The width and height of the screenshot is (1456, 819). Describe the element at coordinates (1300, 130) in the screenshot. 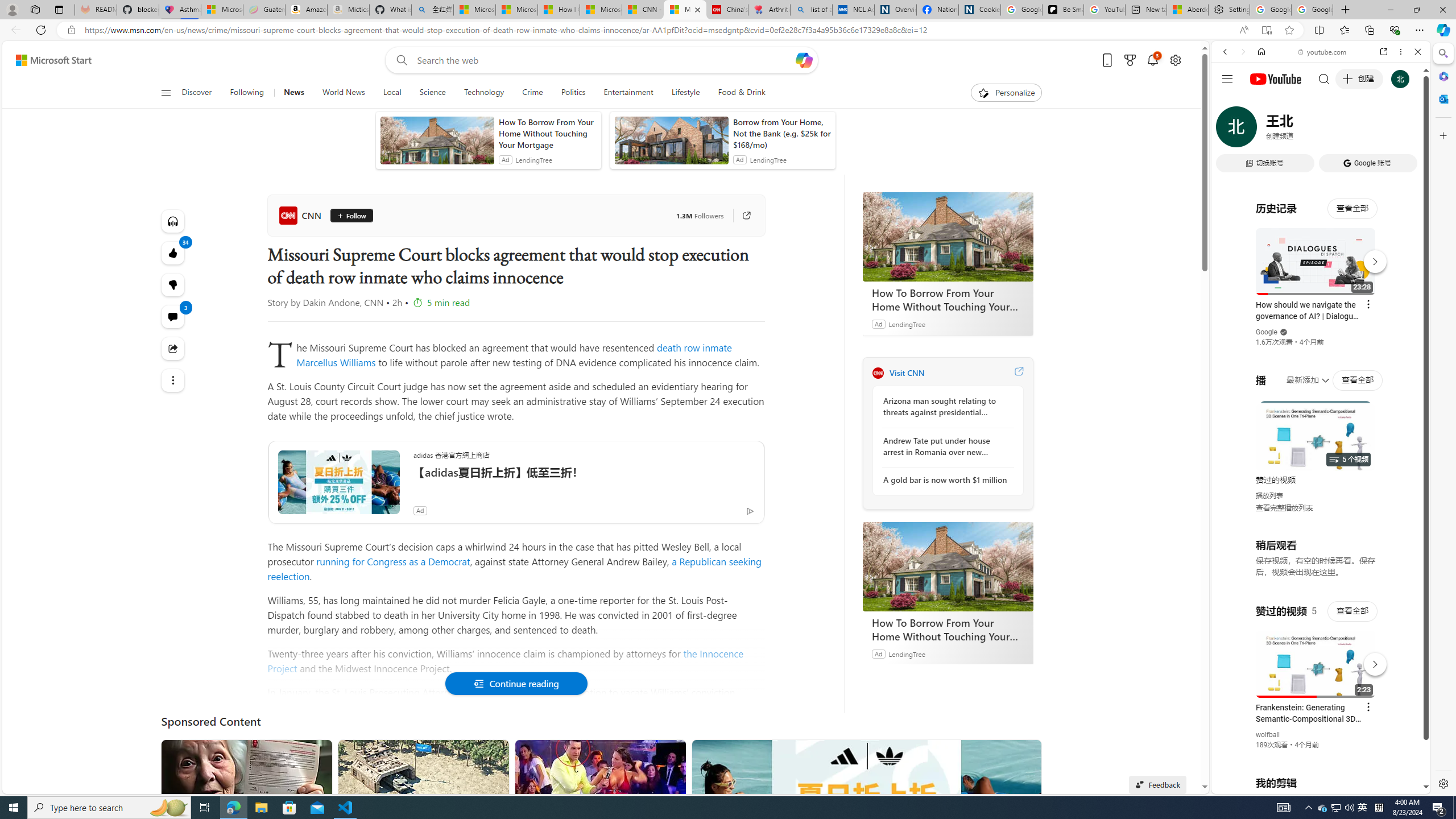

I see `'VIDEOS'` at that location.